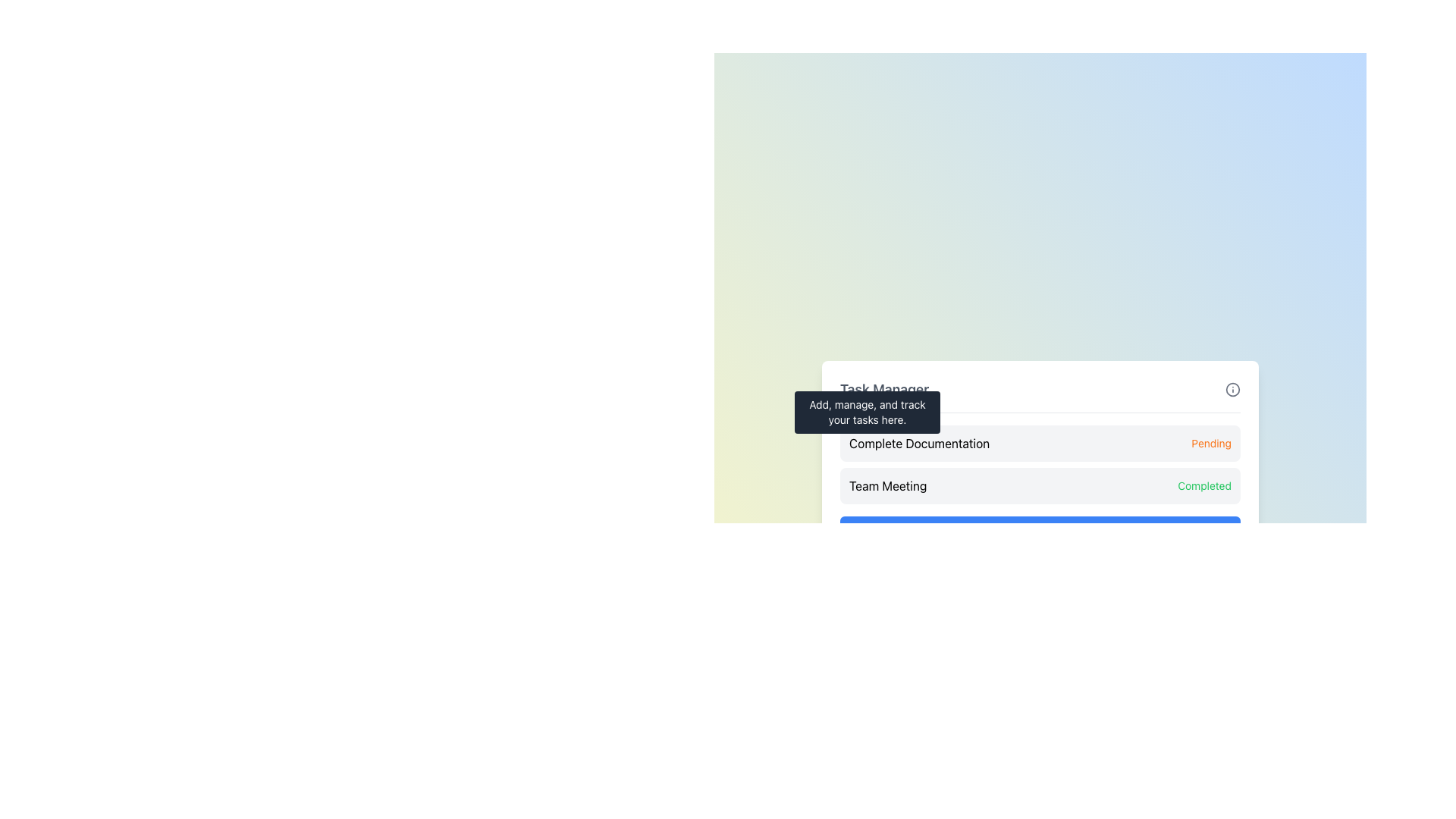  I want to click on the Status indicator text that conveys the status of the task labeled 'Team Meeting', which is marked as 'Completed', so click(1203, 485).